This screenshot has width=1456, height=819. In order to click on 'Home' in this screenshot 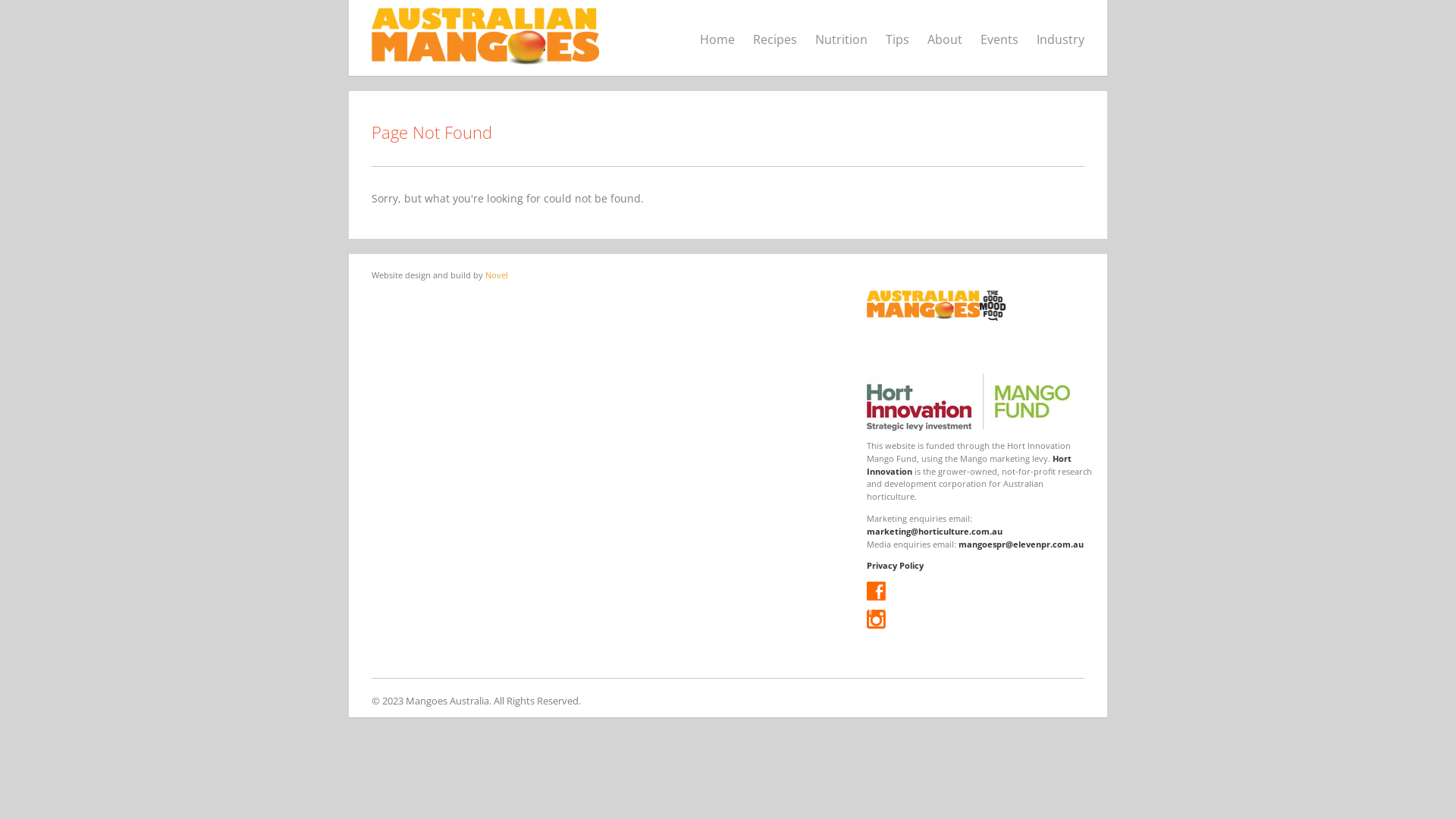, I will do `click(716, 39)`.